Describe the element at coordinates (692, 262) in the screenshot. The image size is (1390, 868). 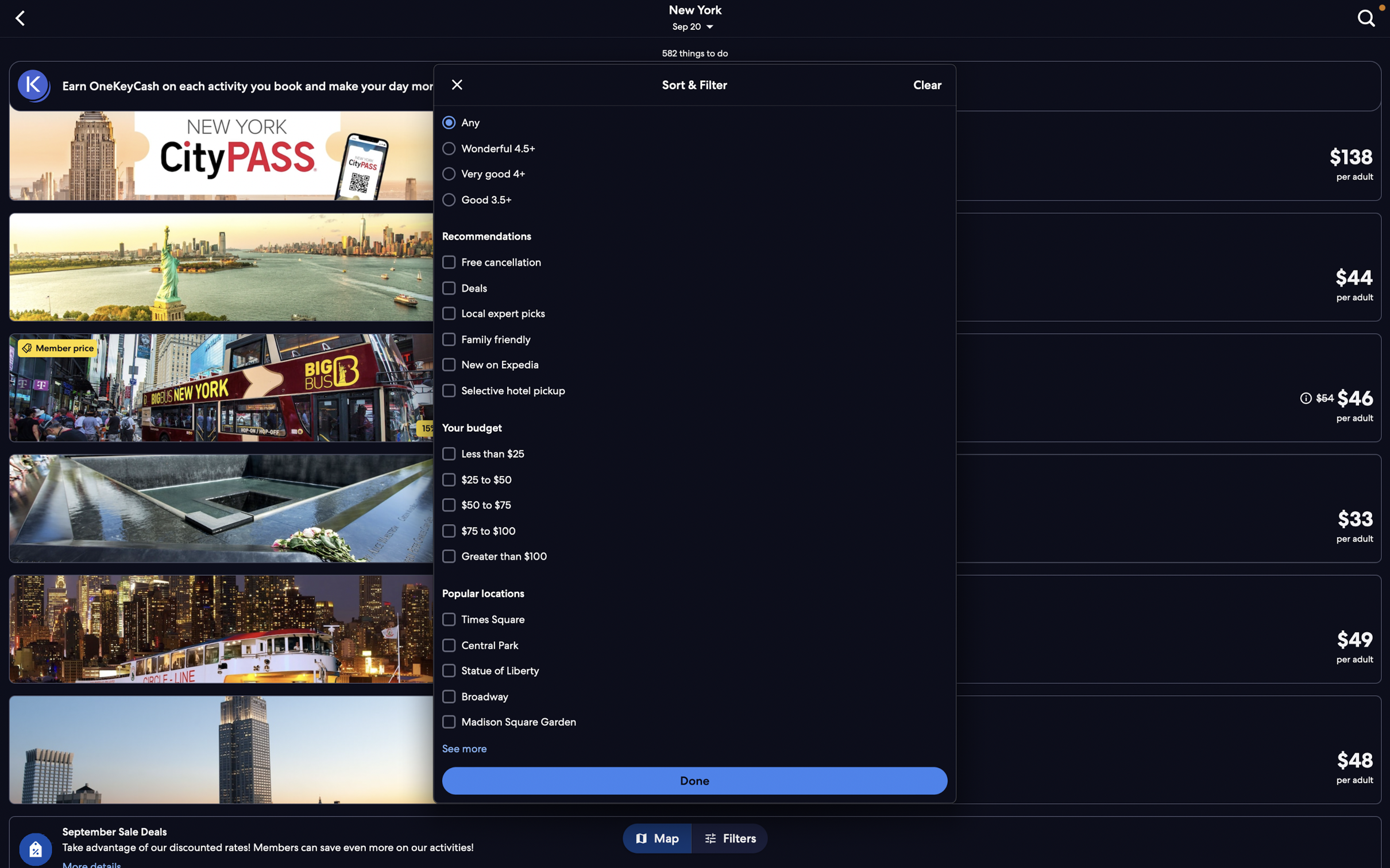
I see `options for unrestricted cancelation and suitable for families` at that location.